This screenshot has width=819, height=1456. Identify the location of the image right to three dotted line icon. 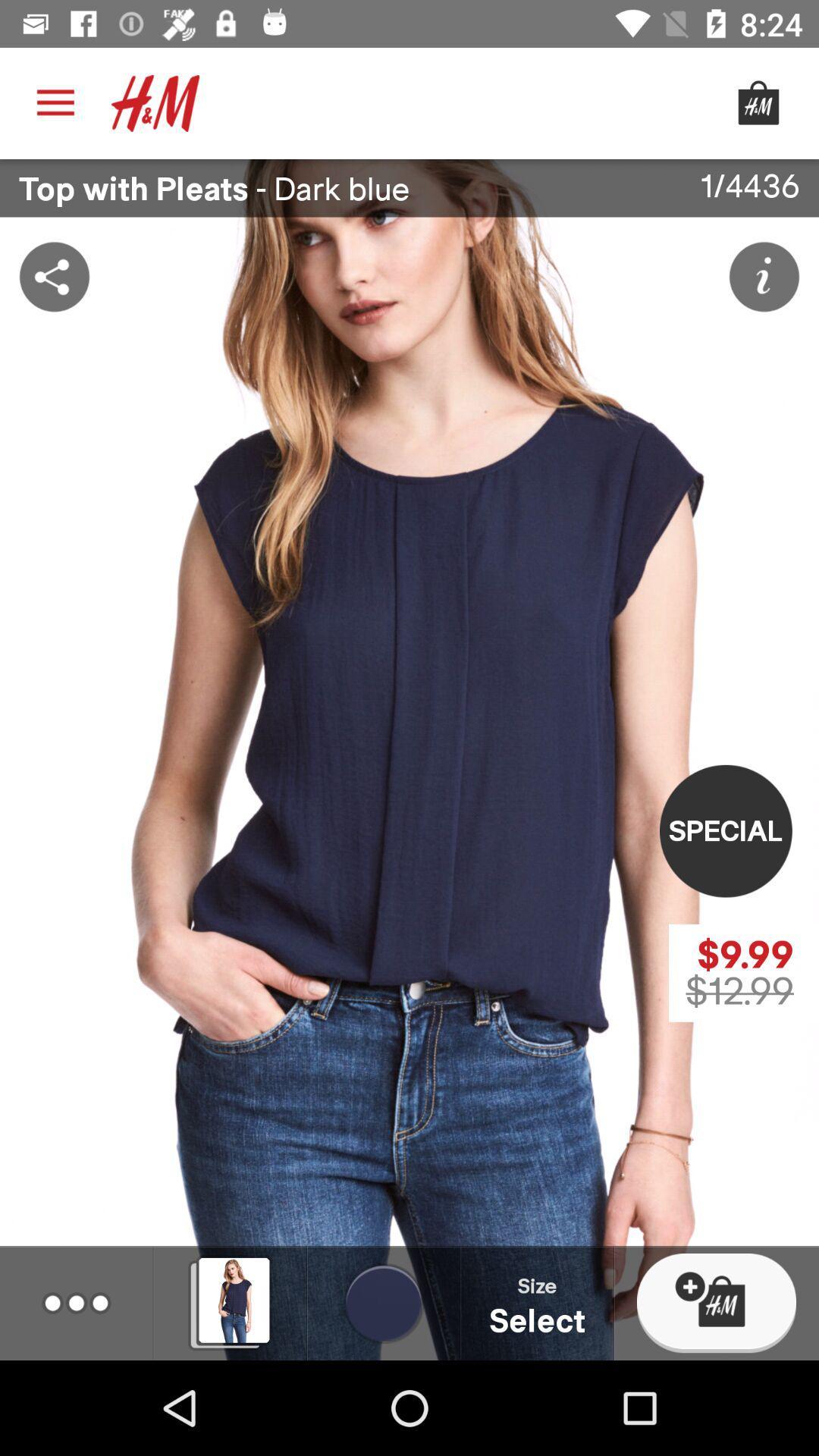
(230, 1302).